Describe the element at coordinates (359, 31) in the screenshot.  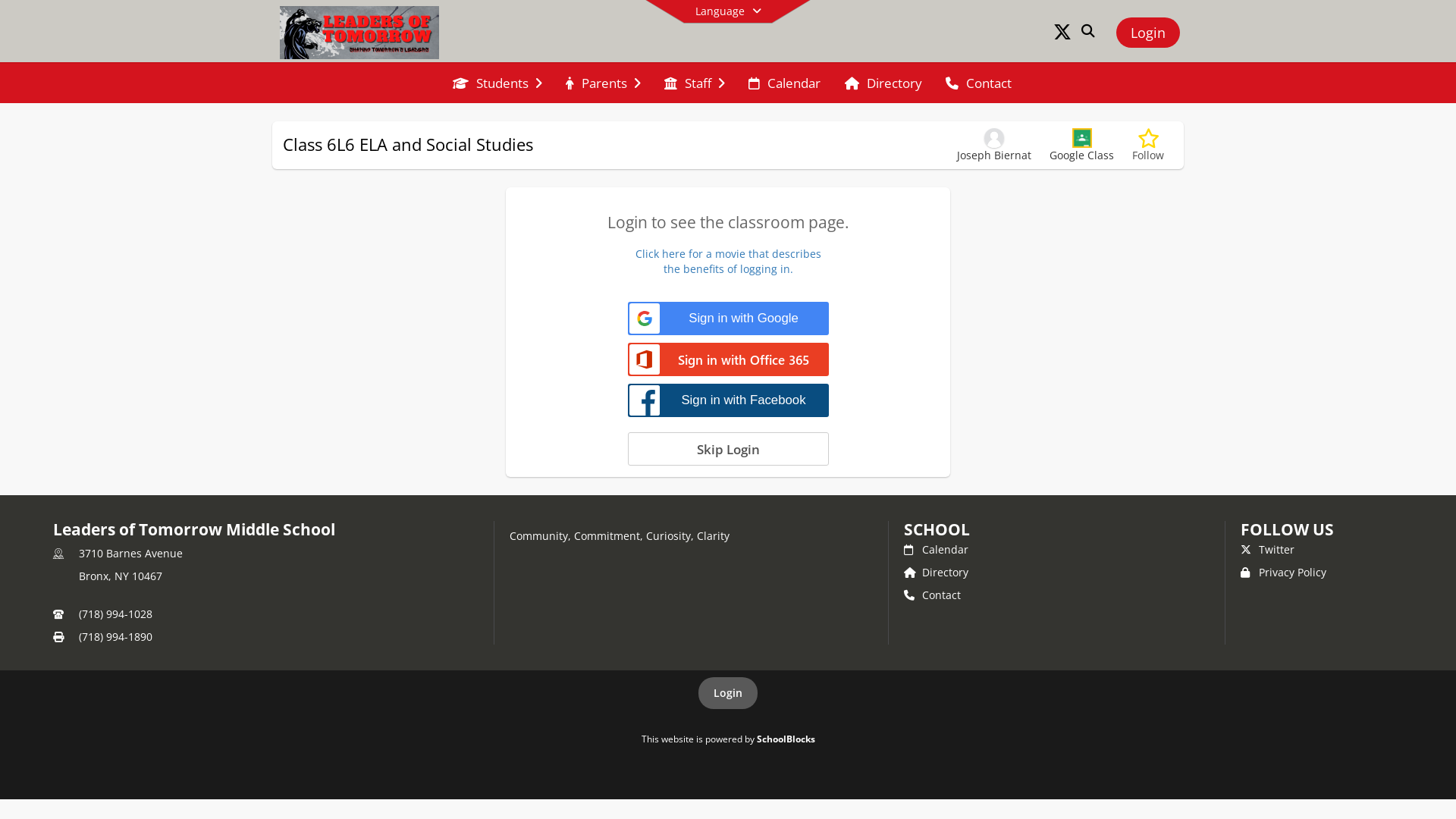
I see `'Leaders of Tomorrow Middle School'` at that location.